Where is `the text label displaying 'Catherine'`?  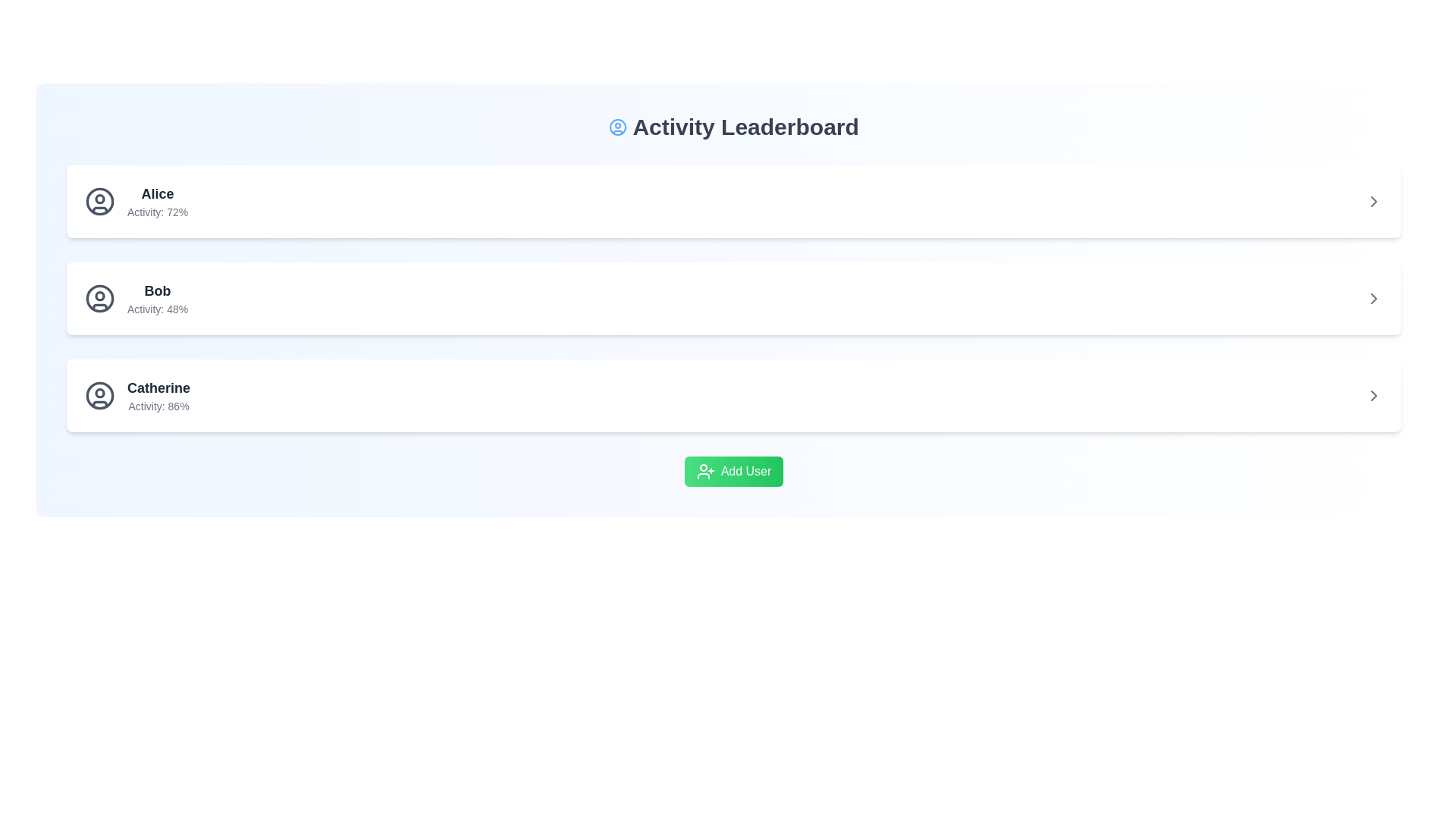
the text label displaying 'Catherine' is located at coordinates (158, 394).